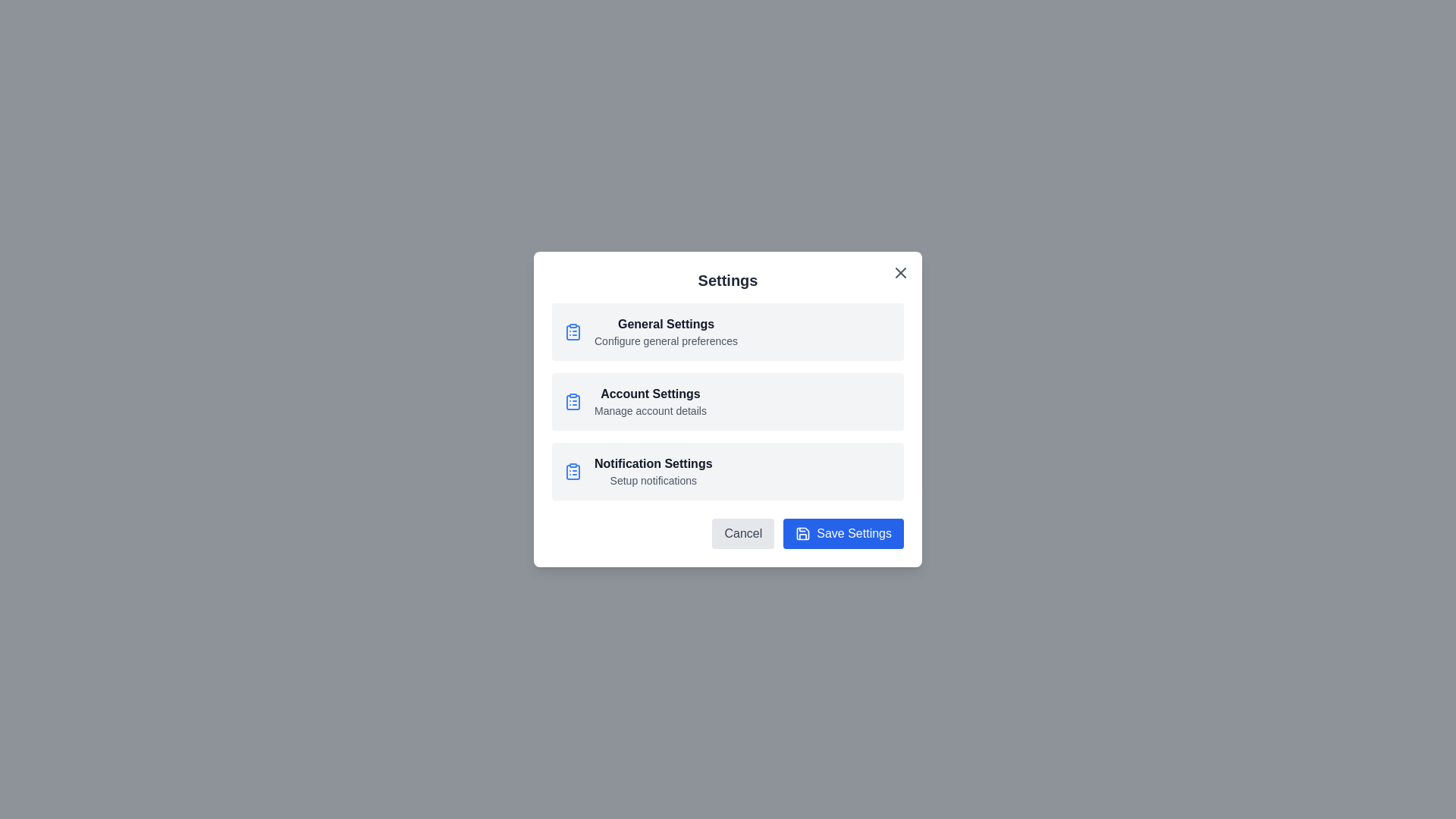 The width and height of the screenshot is (1456, 819). Describe the element at coordinates (572, 332) in the screenshot. I see `the clipboard icon with a checkmark in the 'General Settings' option` at that location.